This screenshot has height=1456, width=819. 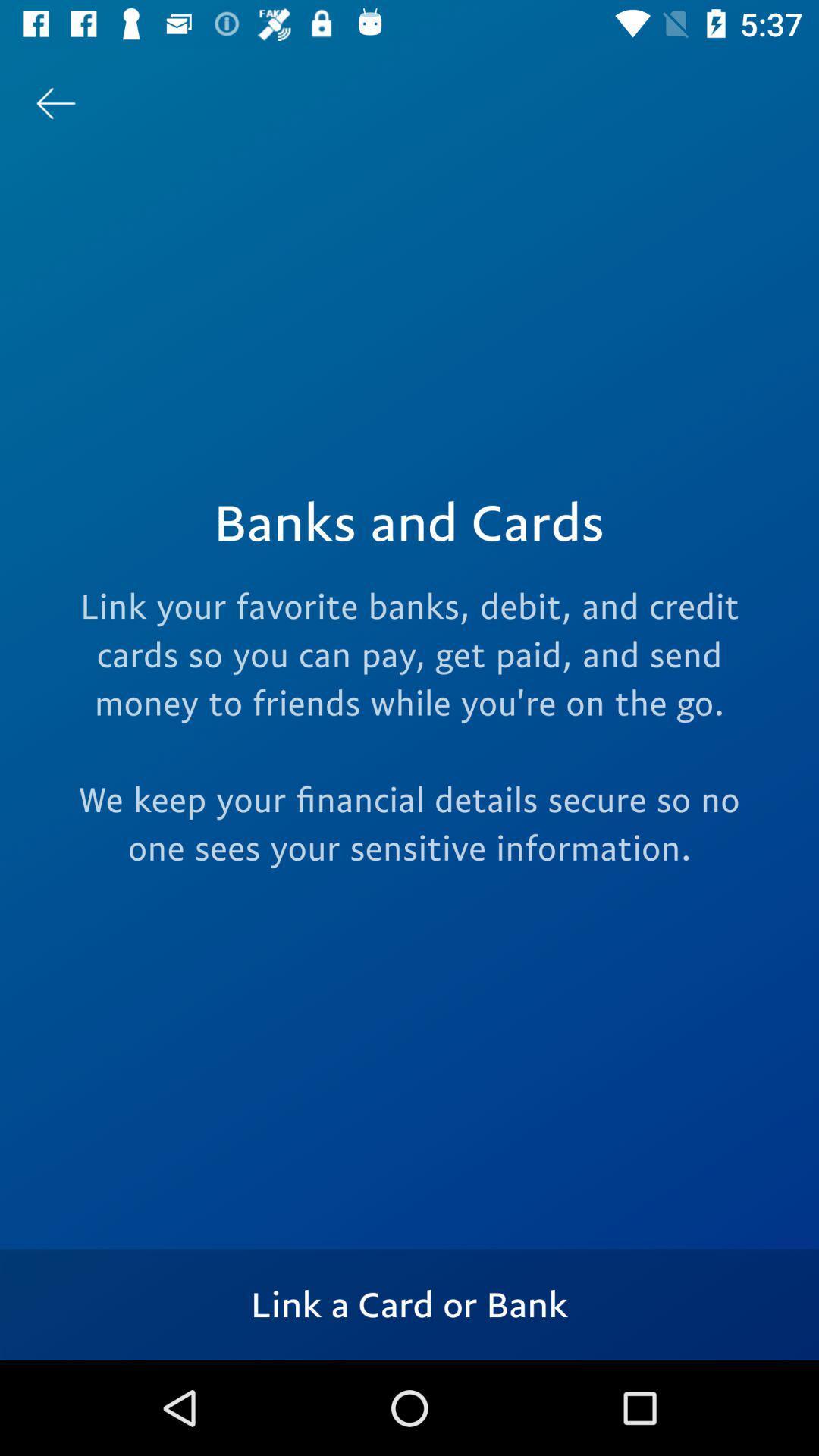 I want to click on the icon above link your favorite item, so click(x=55, y=102).